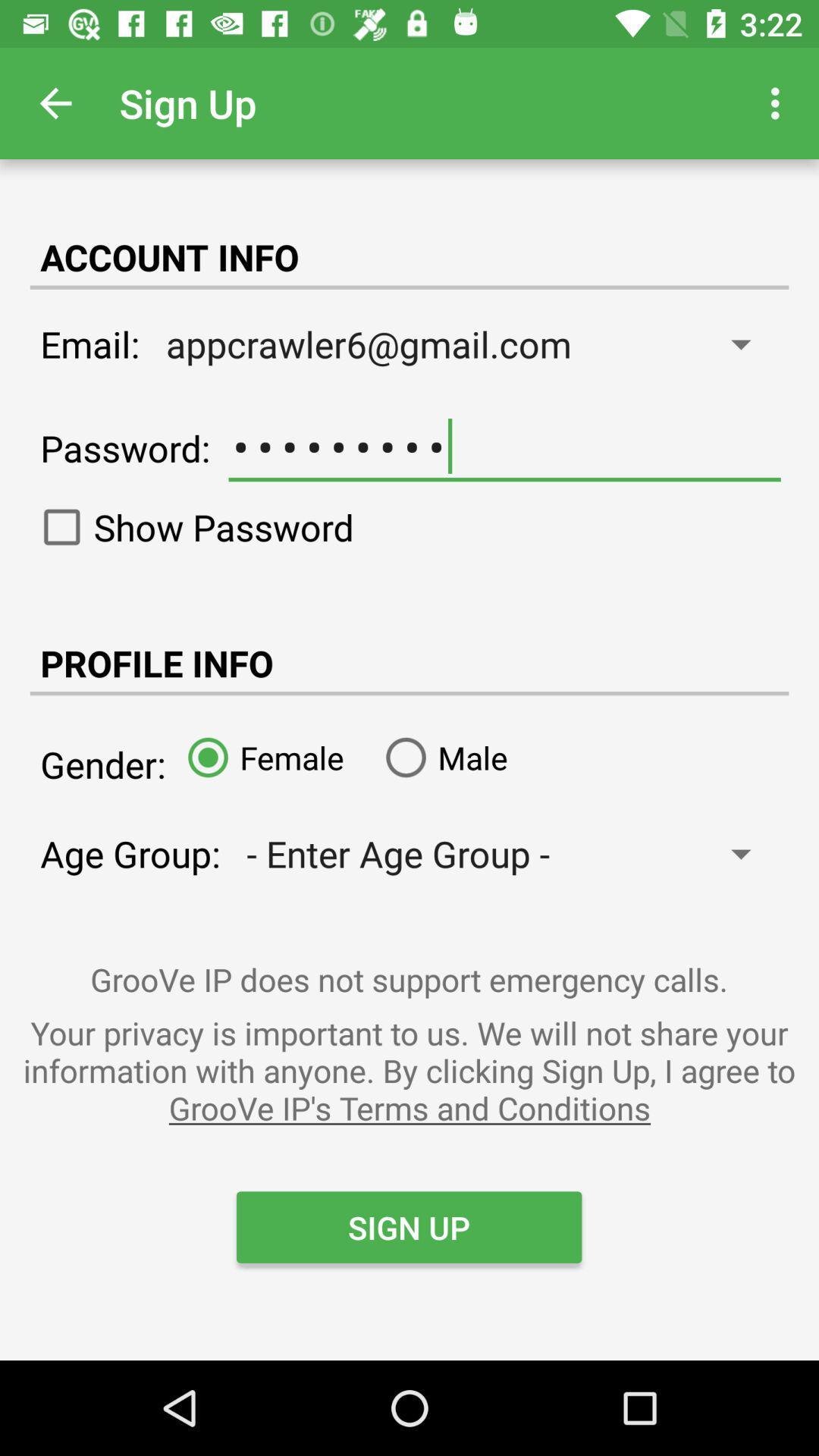  What do you see at coordinates (259, 757) in the screenshot?
I see `the item next to male item` at bounding box center [259, 757].